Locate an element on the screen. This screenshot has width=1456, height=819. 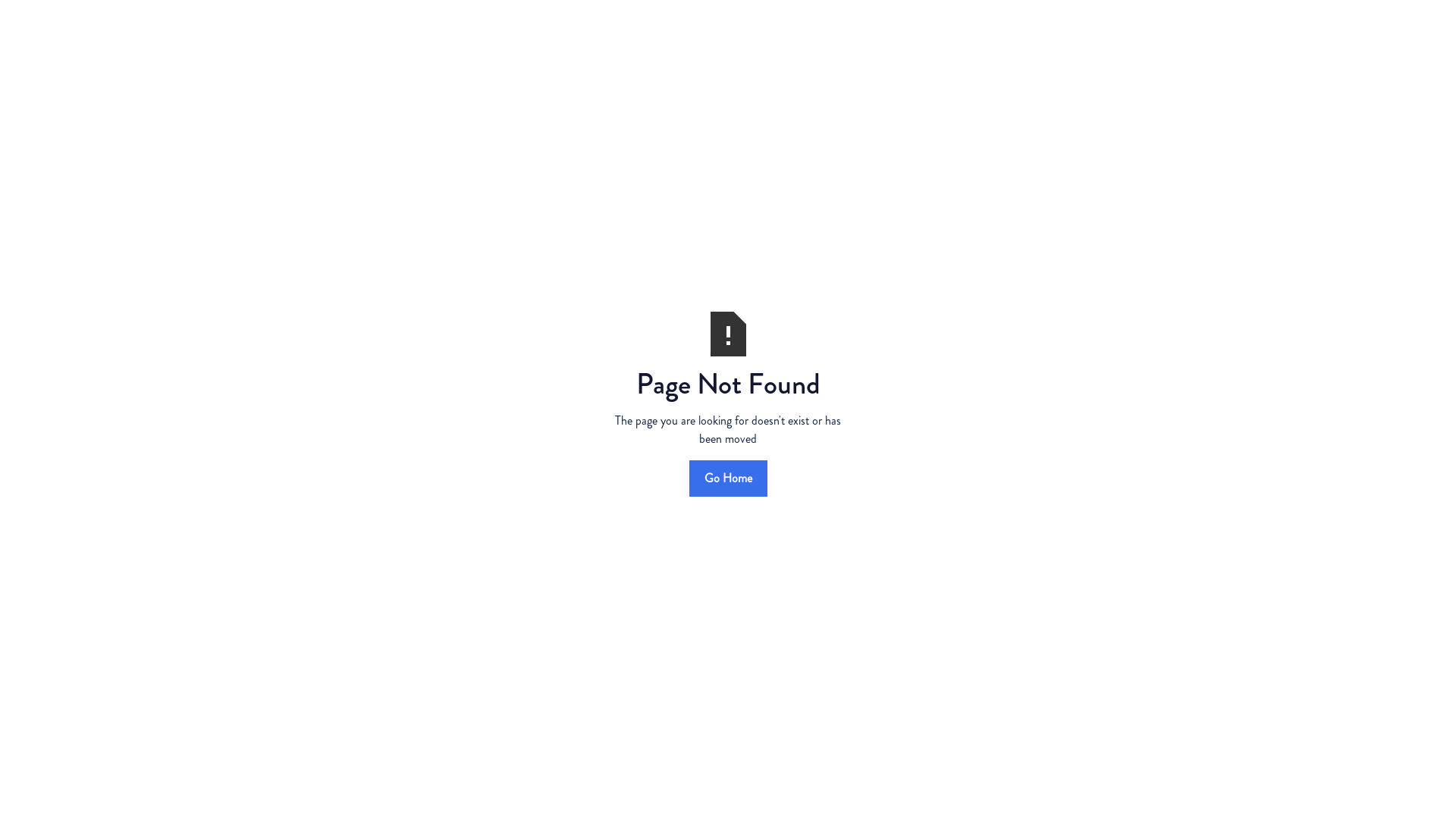
'Go Home' is located at coordinates (687, 476).